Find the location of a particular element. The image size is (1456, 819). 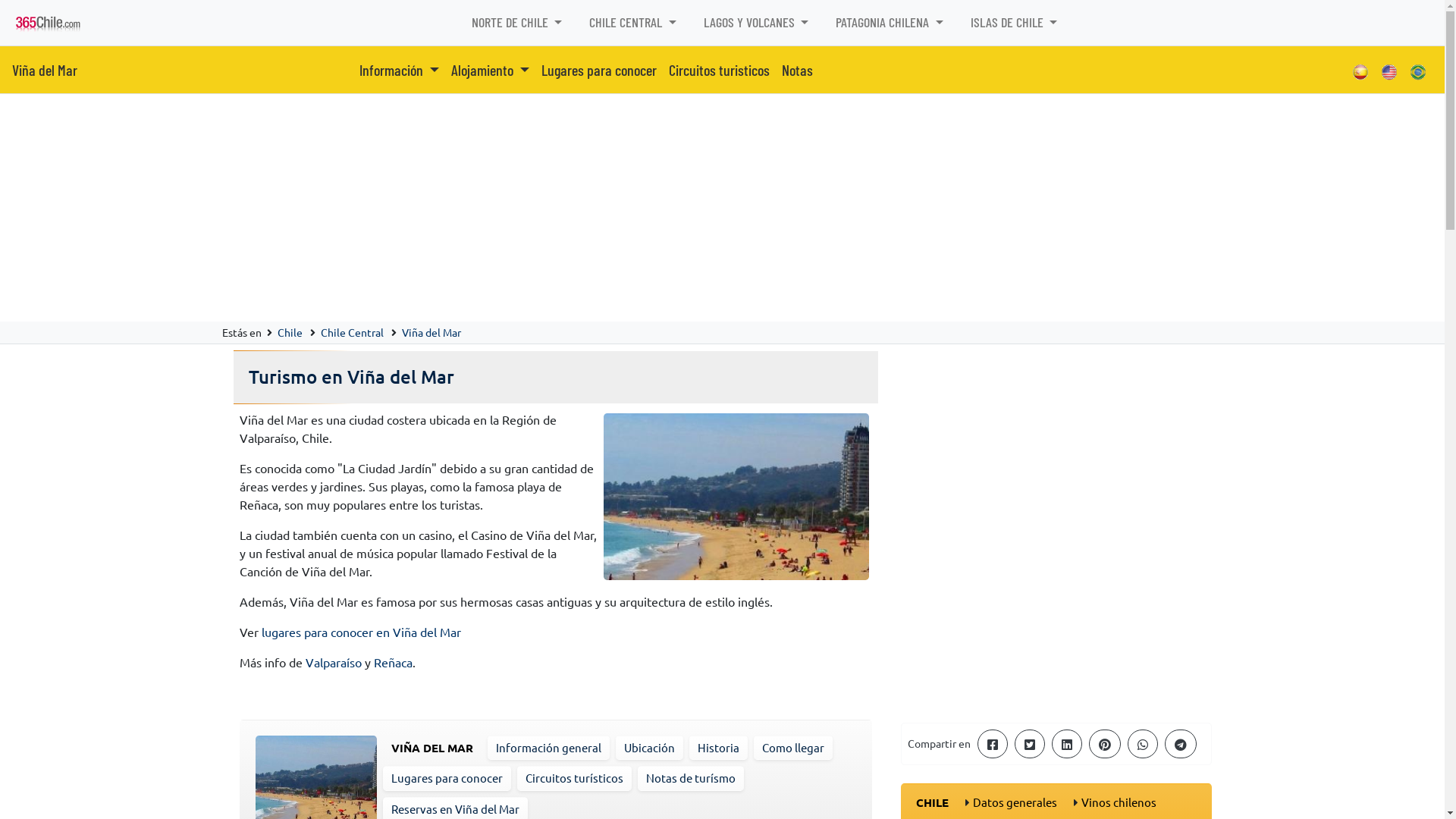

'ISLAS DE CHILE' is located at coordinates (1014, 22).